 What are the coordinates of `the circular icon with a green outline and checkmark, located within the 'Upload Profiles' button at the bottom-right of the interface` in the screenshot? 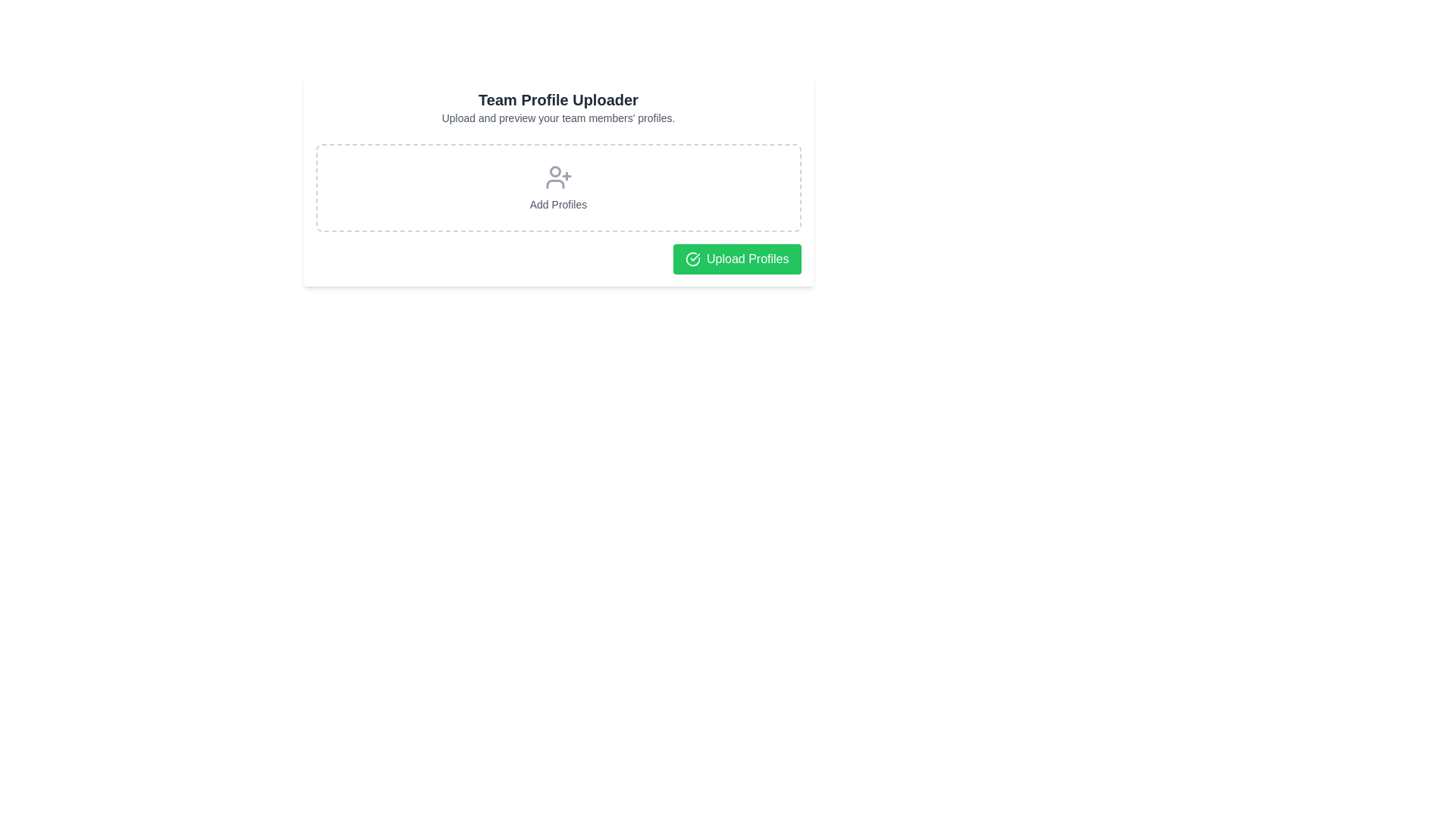 It's located at (692, 259).